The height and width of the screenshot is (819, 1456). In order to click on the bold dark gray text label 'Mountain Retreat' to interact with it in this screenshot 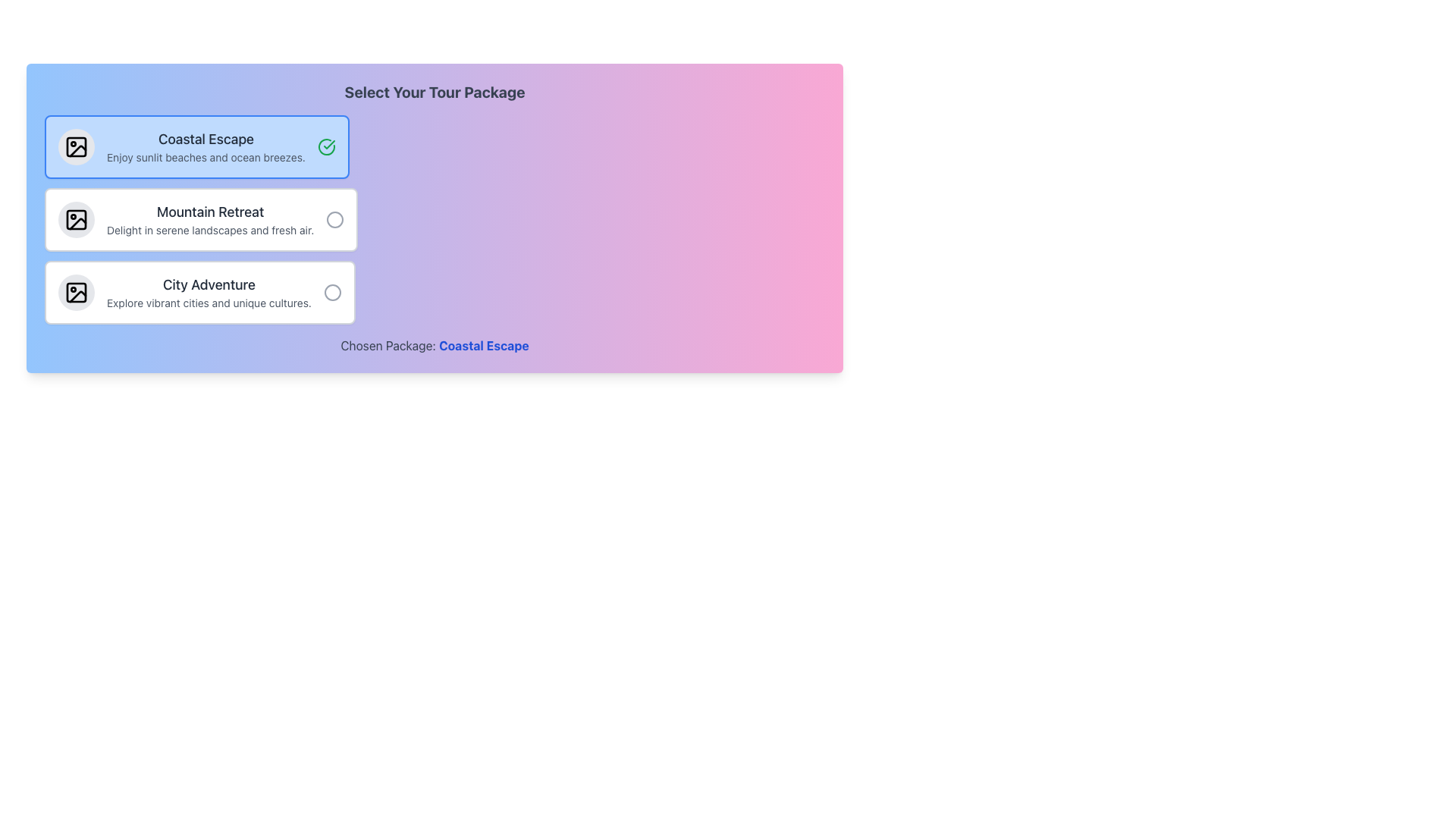, I will do `click(209, 212)`.